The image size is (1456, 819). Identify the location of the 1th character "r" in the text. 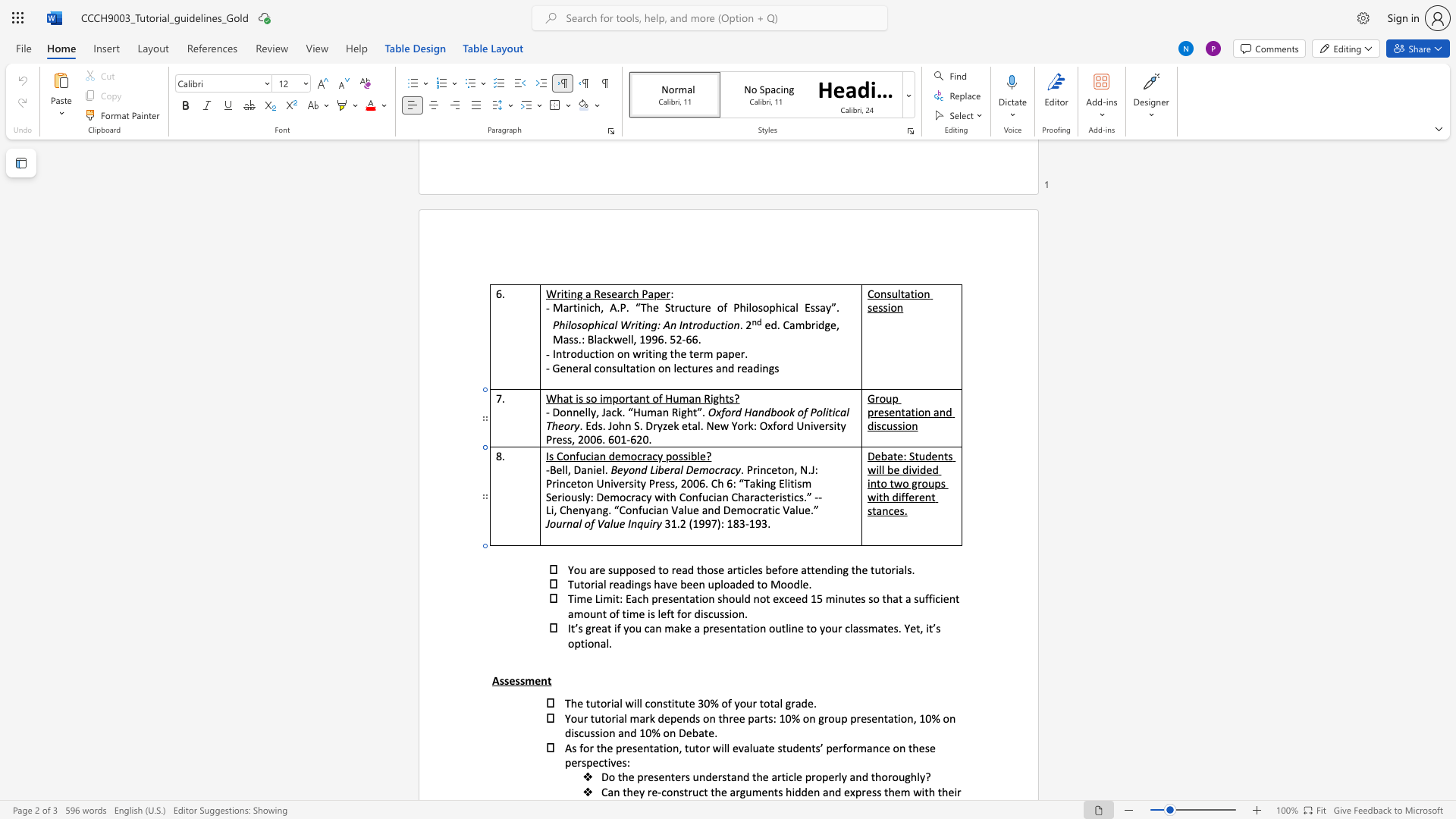
(918, 483).